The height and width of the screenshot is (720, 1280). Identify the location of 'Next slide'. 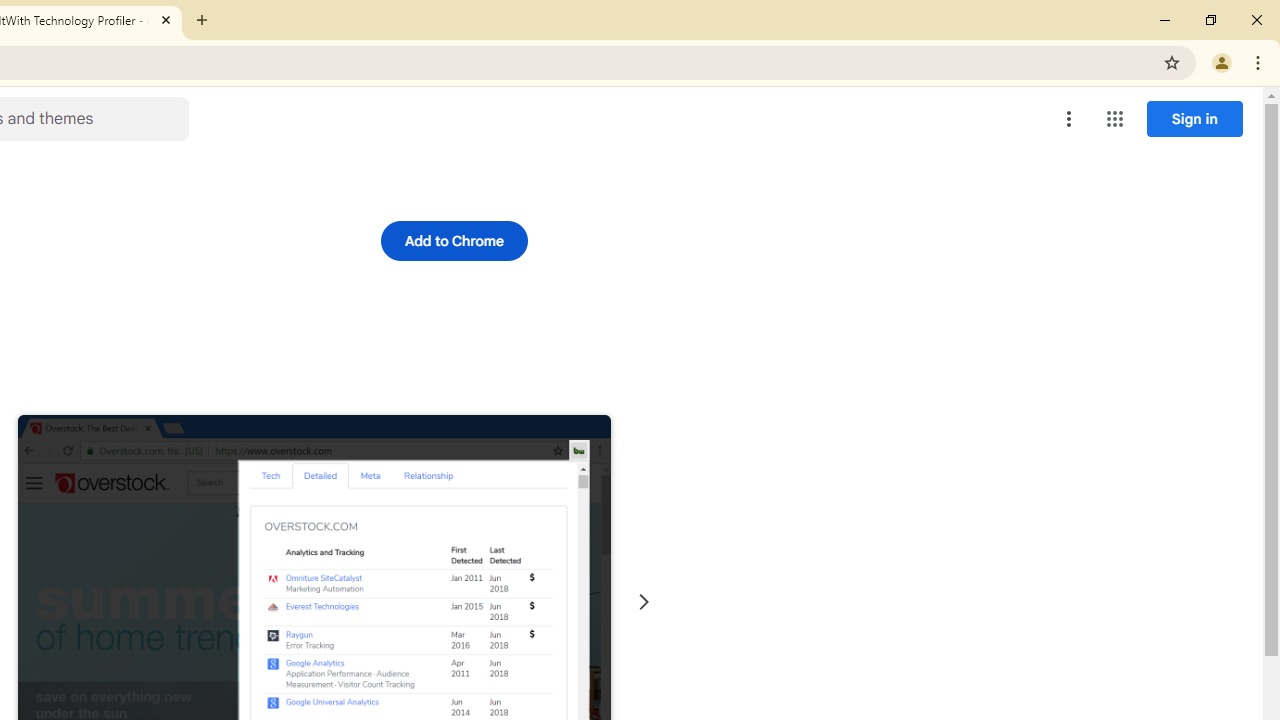
(643, 601).